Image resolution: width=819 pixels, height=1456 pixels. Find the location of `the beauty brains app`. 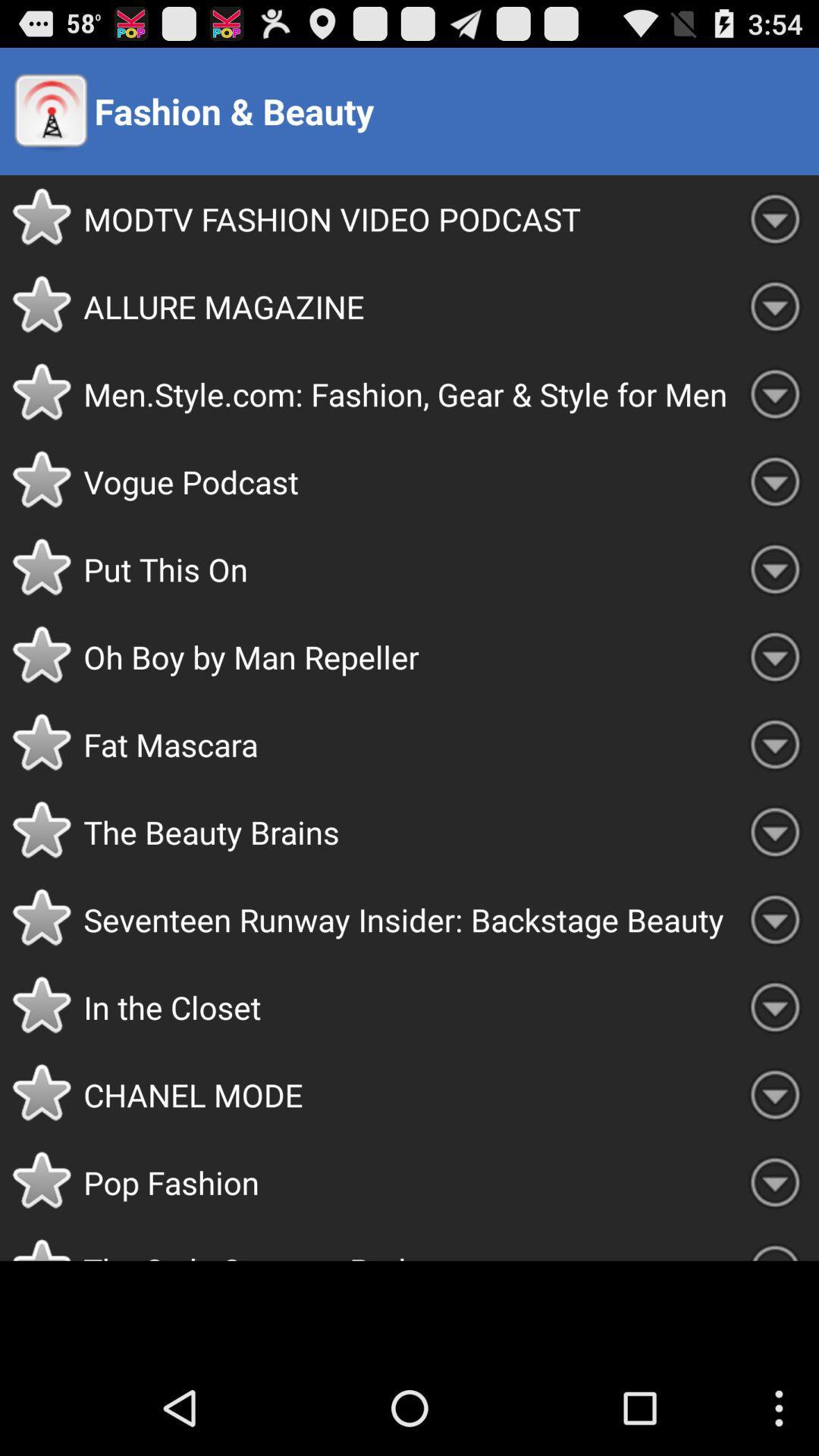

the beauty brains app is located at coordinates (406, 831).